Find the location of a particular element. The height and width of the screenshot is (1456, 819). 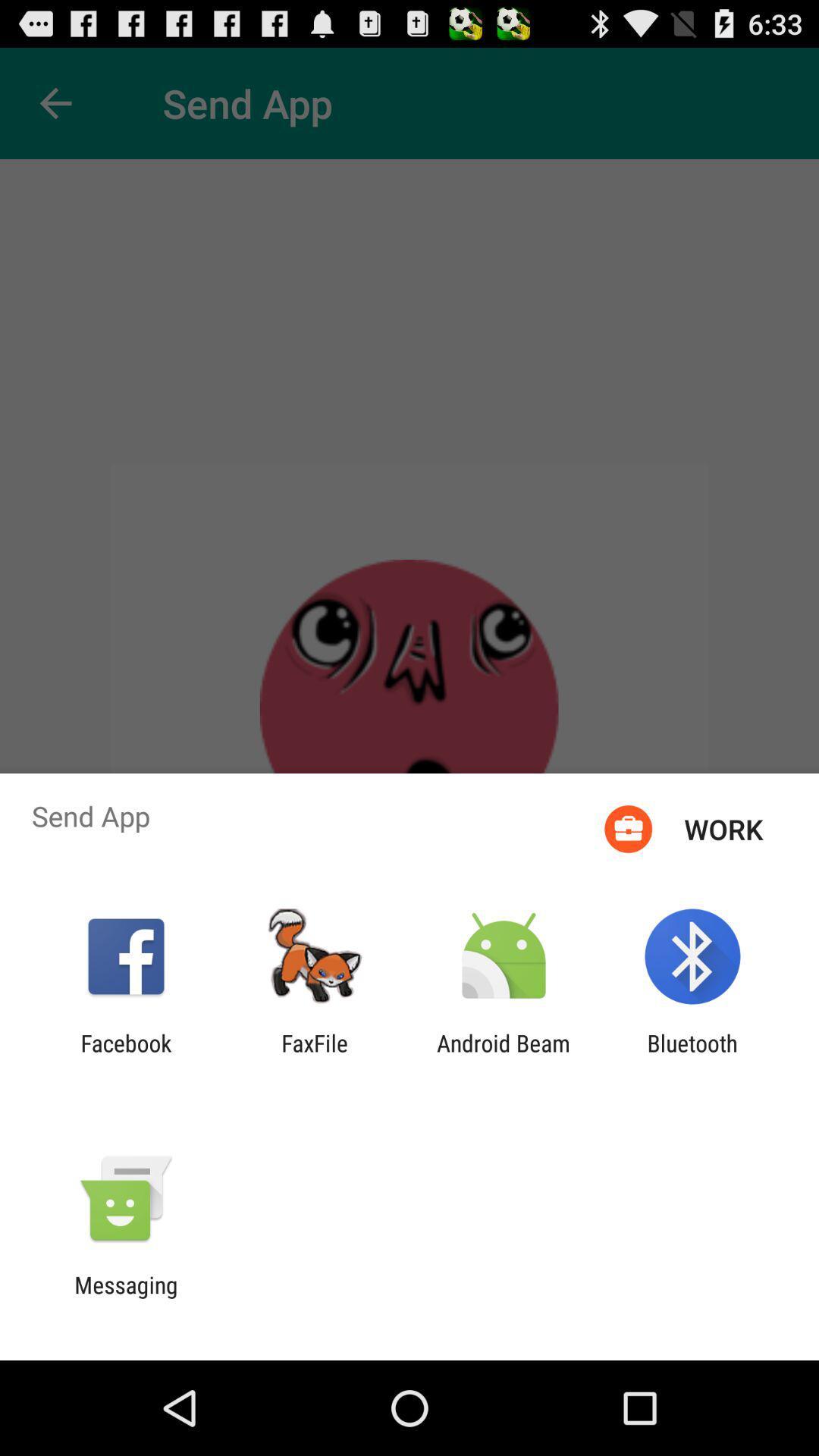

messaging app is located at coordinates (125, 1298).